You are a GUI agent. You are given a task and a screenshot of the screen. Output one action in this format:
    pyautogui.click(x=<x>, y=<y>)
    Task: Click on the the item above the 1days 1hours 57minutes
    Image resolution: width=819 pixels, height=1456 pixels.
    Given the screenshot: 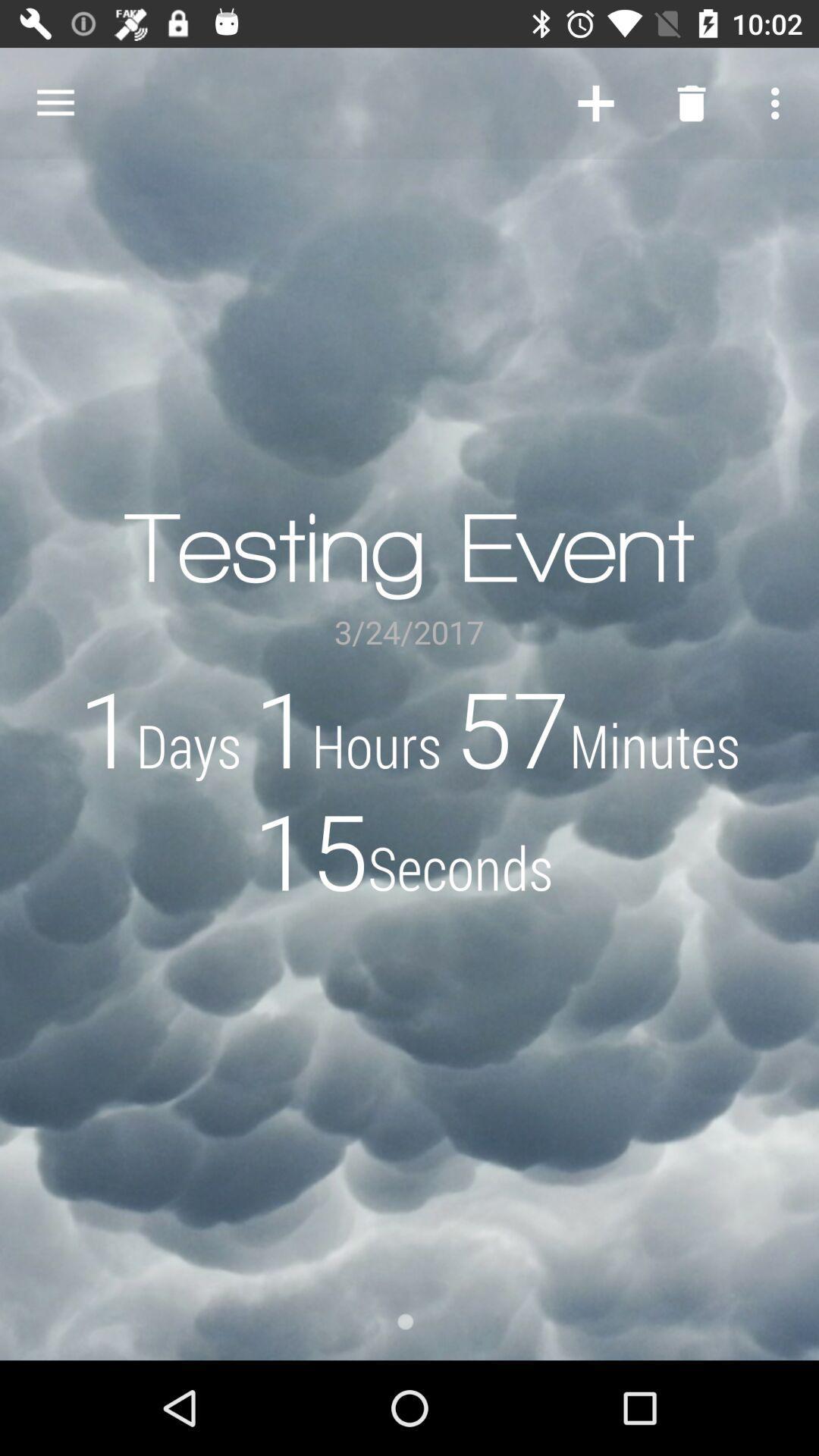 What is the action you would take?
    pyautogui.click(x=55, y=102)
    